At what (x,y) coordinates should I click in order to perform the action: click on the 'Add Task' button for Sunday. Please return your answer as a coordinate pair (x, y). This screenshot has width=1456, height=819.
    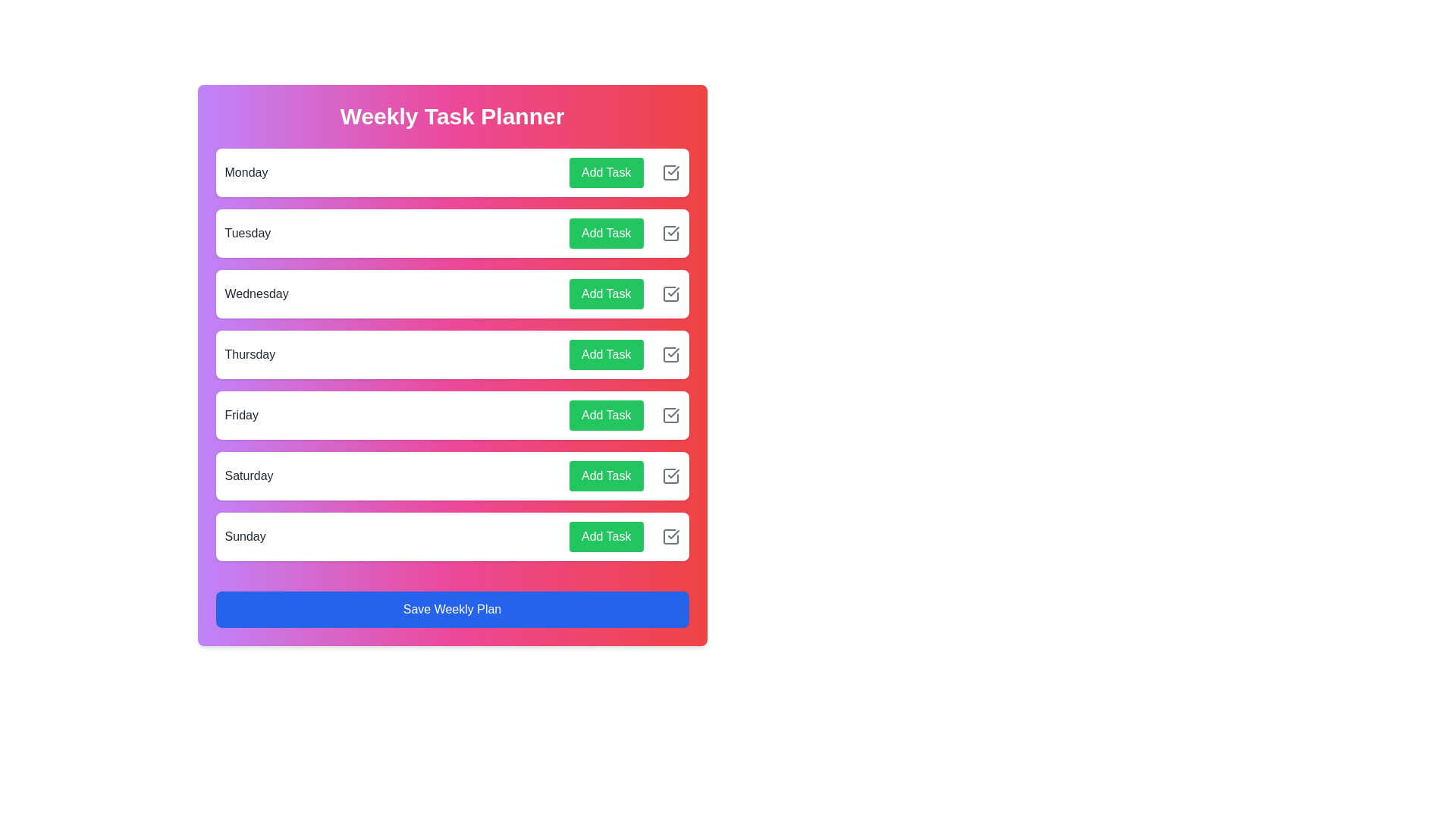
    Looking at the image, I should click on (605, 536).